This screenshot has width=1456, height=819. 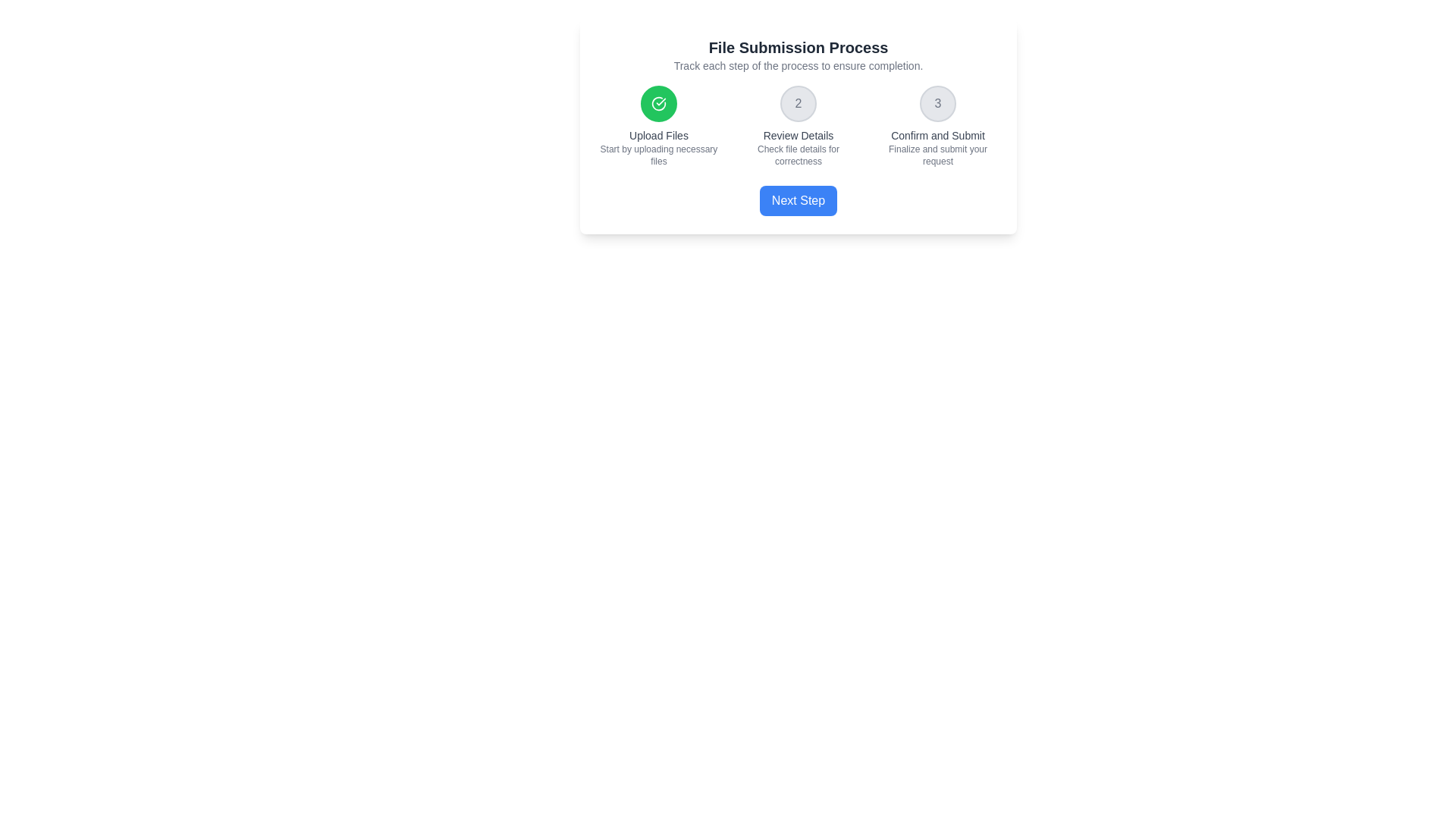 What do you see at coordinates (797, 125) in the screenshot?
I see `the middle step of the Interactive Step Indicator, which features a circular button with the number '2' and the title 'Review Details' beneath it` at bounding box center [797, 125].